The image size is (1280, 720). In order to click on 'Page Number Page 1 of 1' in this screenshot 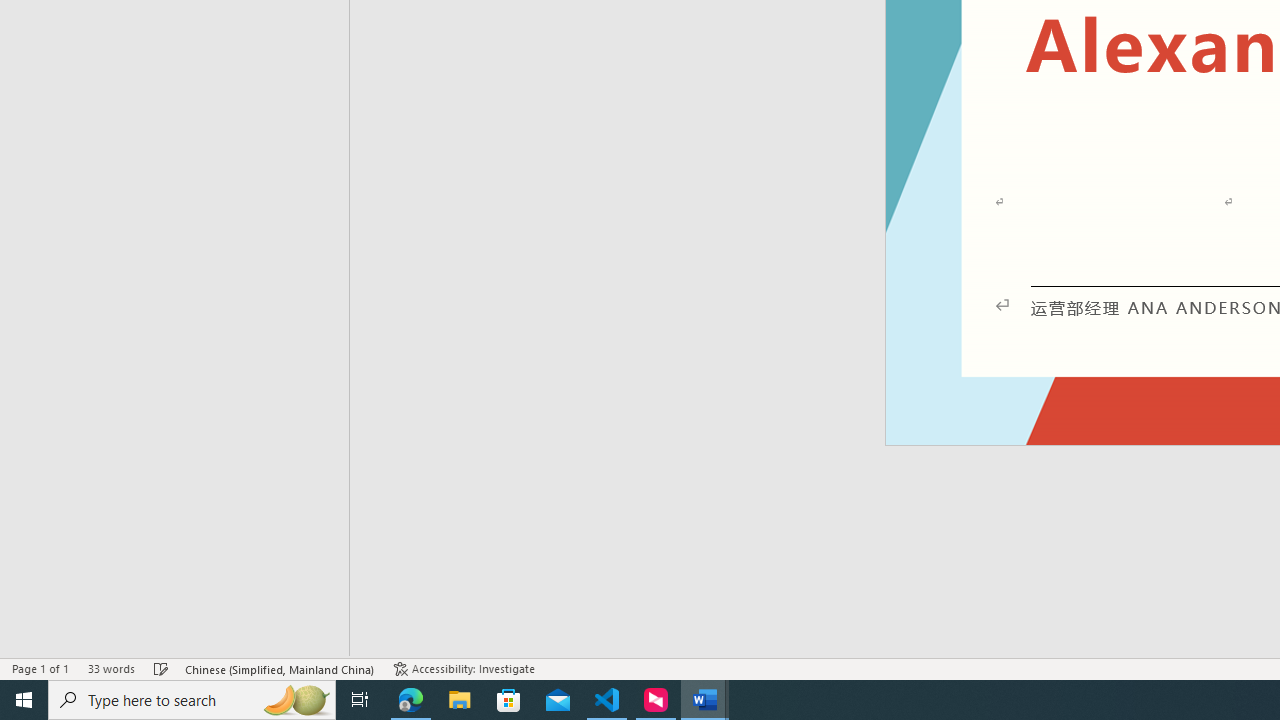, I will do `click(40, 669)`.